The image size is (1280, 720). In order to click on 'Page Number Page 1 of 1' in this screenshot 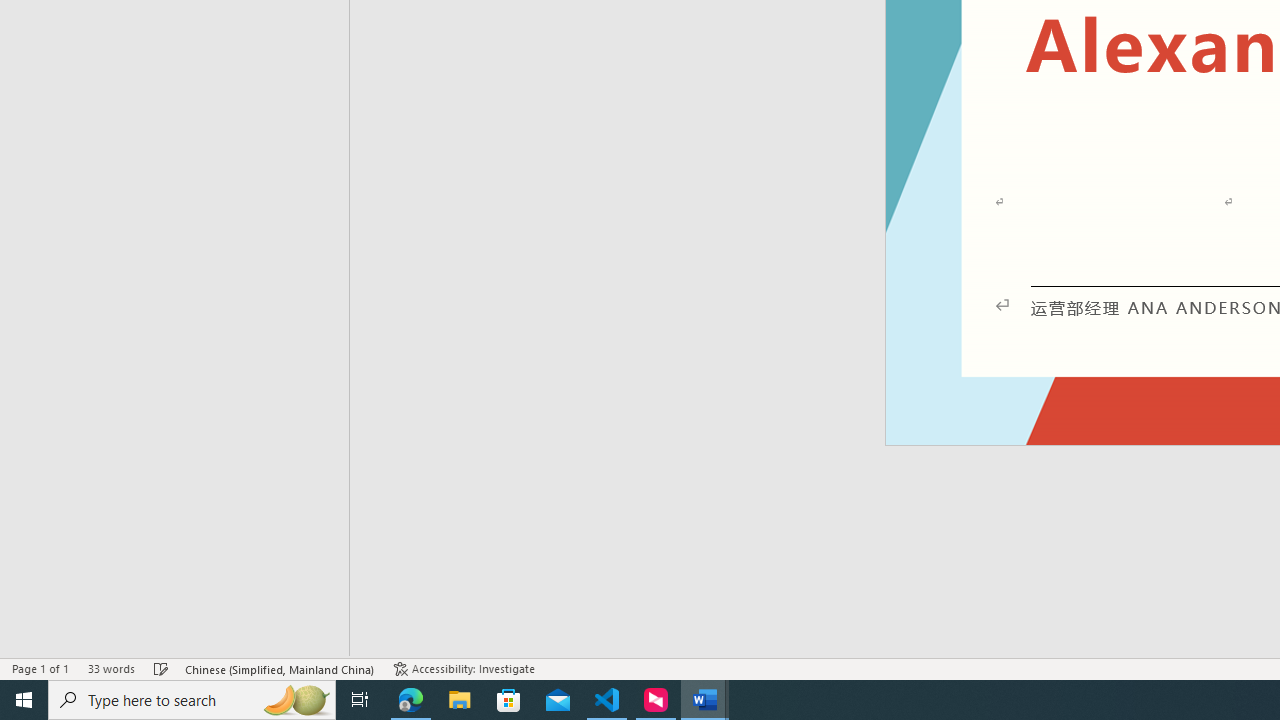, I will do `click(40, 669)`.